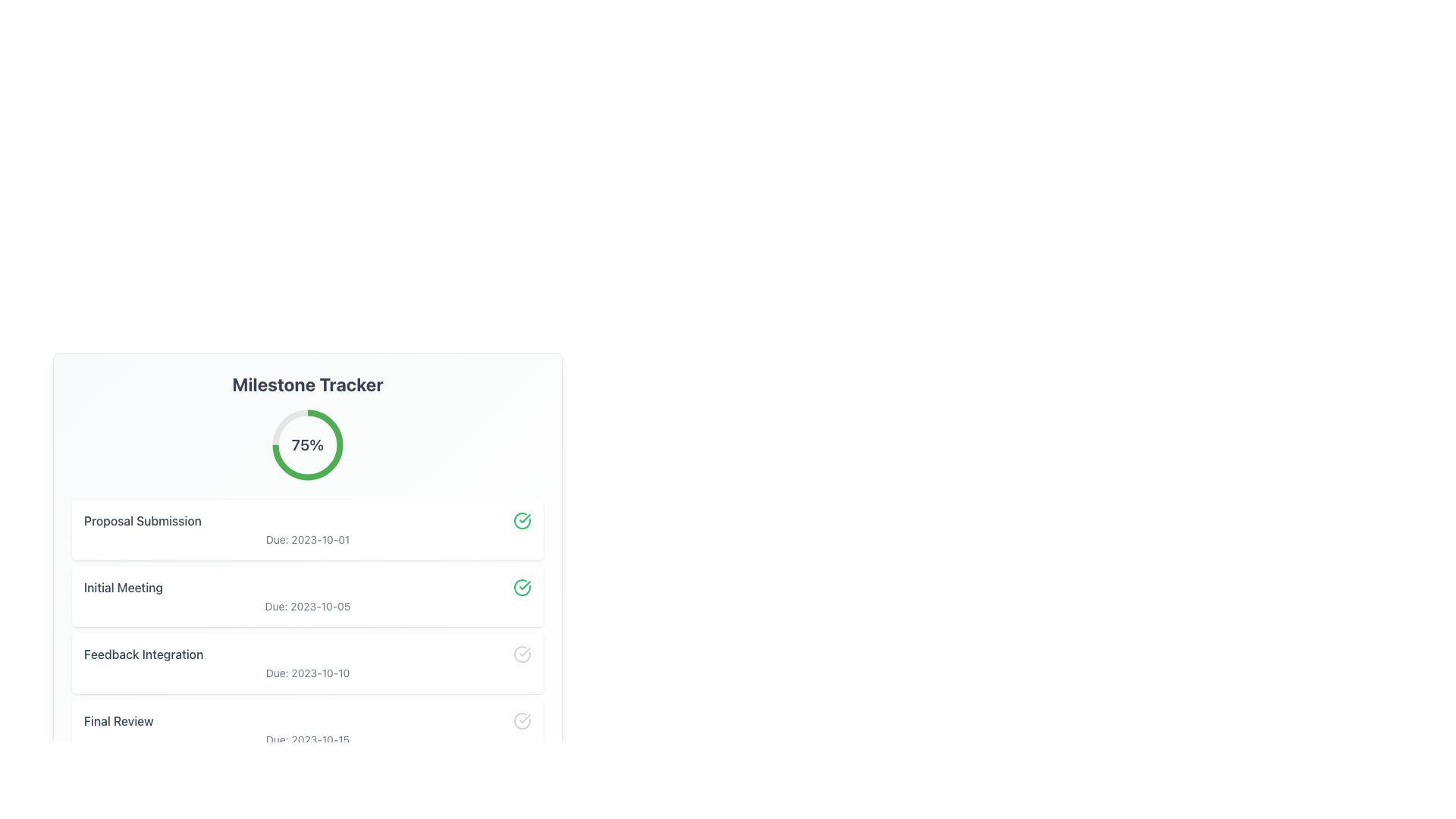  I want to click on the text label displaying '75%' which is centered within the circular progress indicator of the milestone tracker interface, so click(307, 444).